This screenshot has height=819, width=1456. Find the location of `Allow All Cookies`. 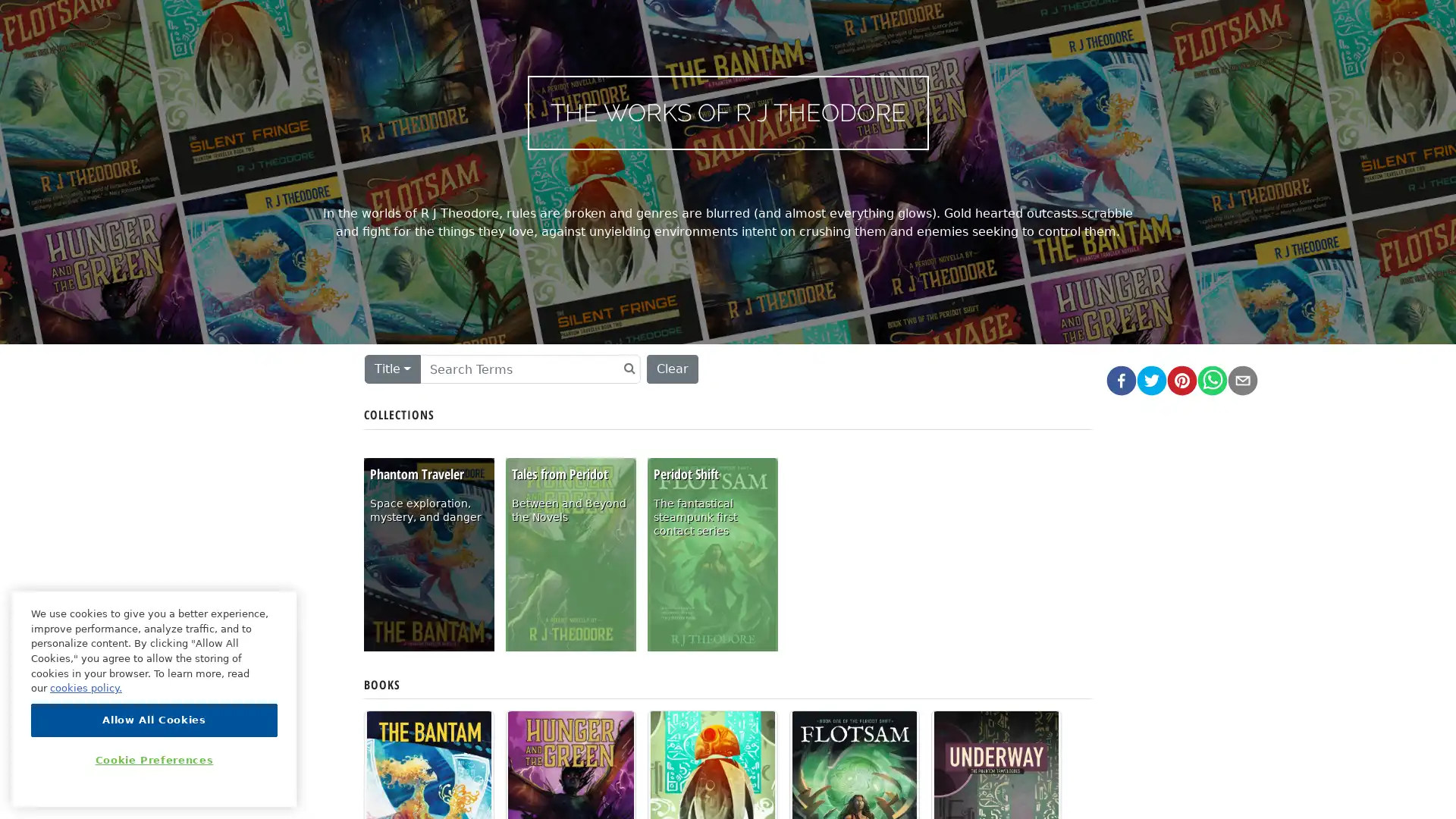

Allow All Cookies is located at coordinates (154, 719).